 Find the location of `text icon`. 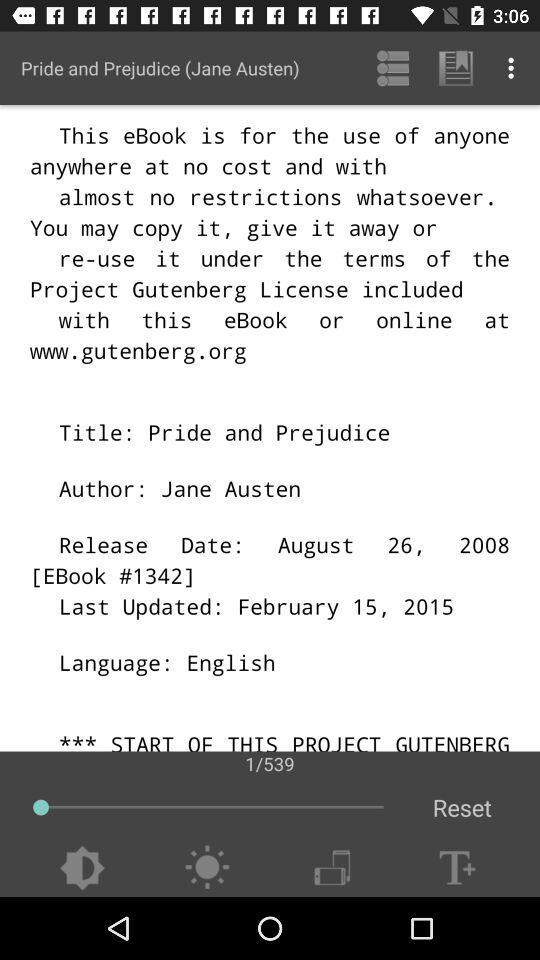

text icon is located at coordinates (457, 867).